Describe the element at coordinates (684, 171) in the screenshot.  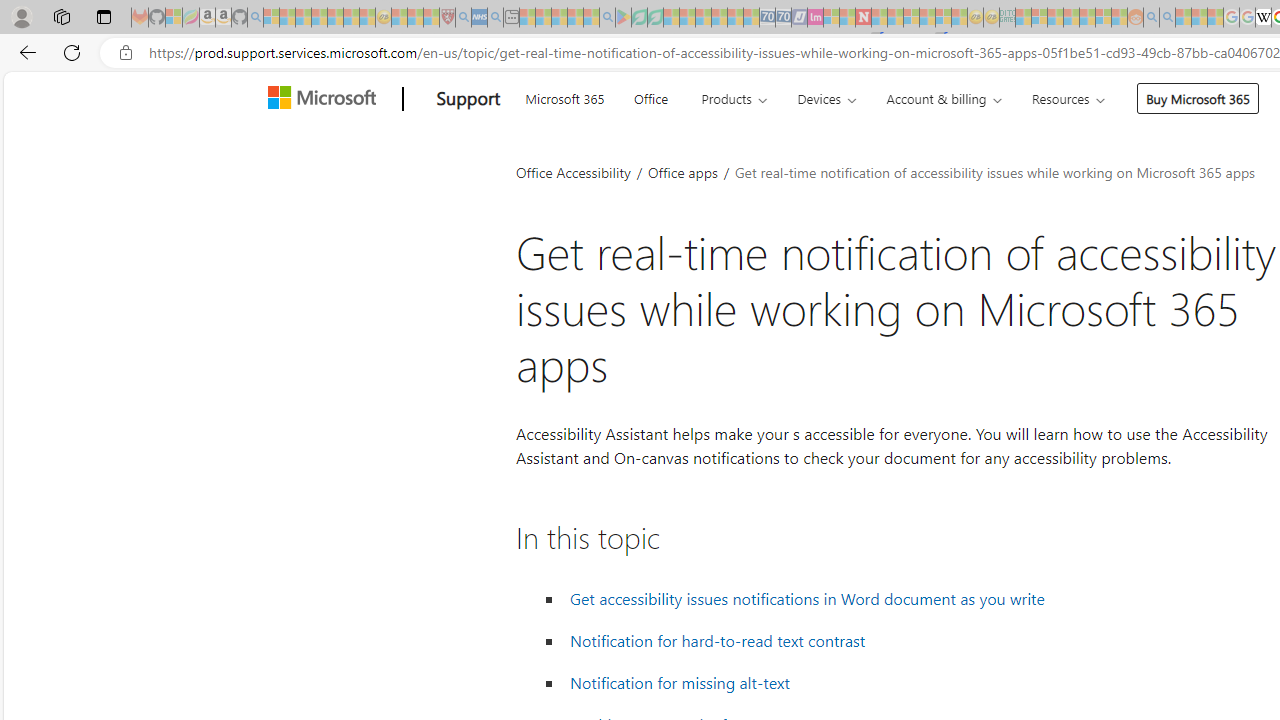
I see `'Office apps '` at that location.